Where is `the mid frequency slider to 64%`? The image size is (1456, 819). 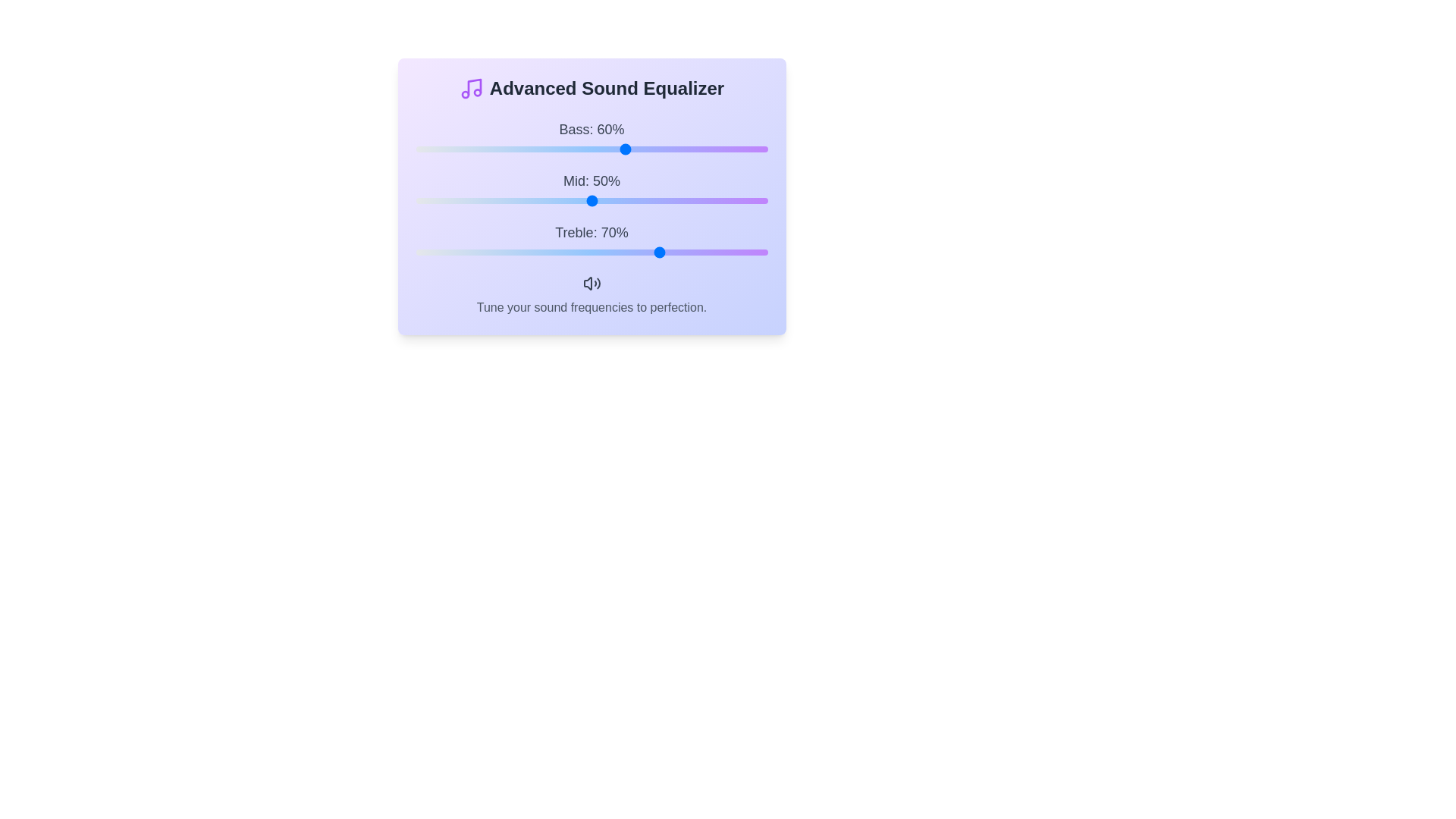 the mid frequency slider to 64% is located at coordinates (641, 200).